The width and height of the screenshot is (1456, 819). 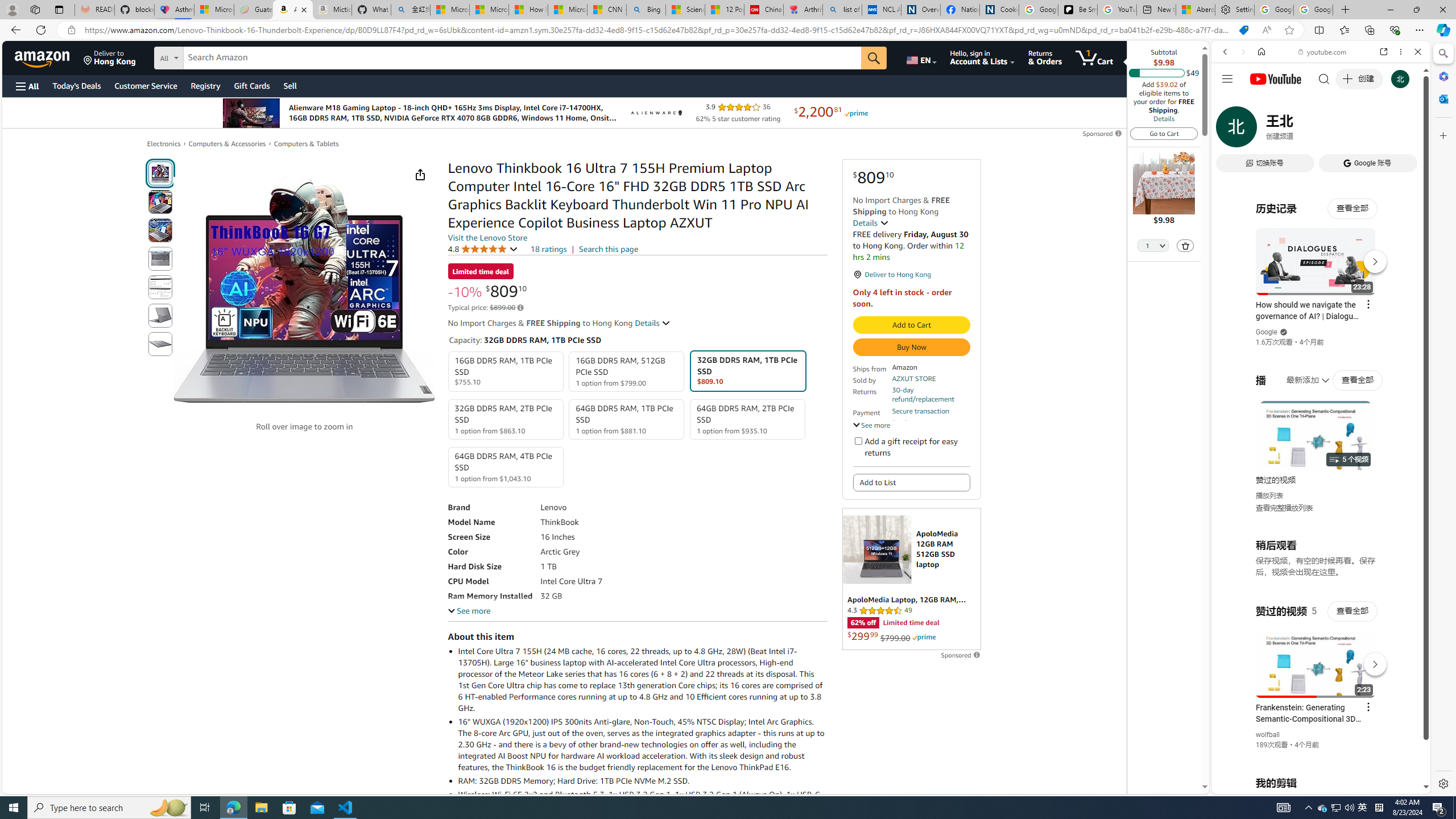 What do you see at coordinates (505, 419) in the screenshot?
I see `'32GB DDR5 RAM, 2TB PCIe SSD 1 option from $863.10'` at bounding box center [505, 419].